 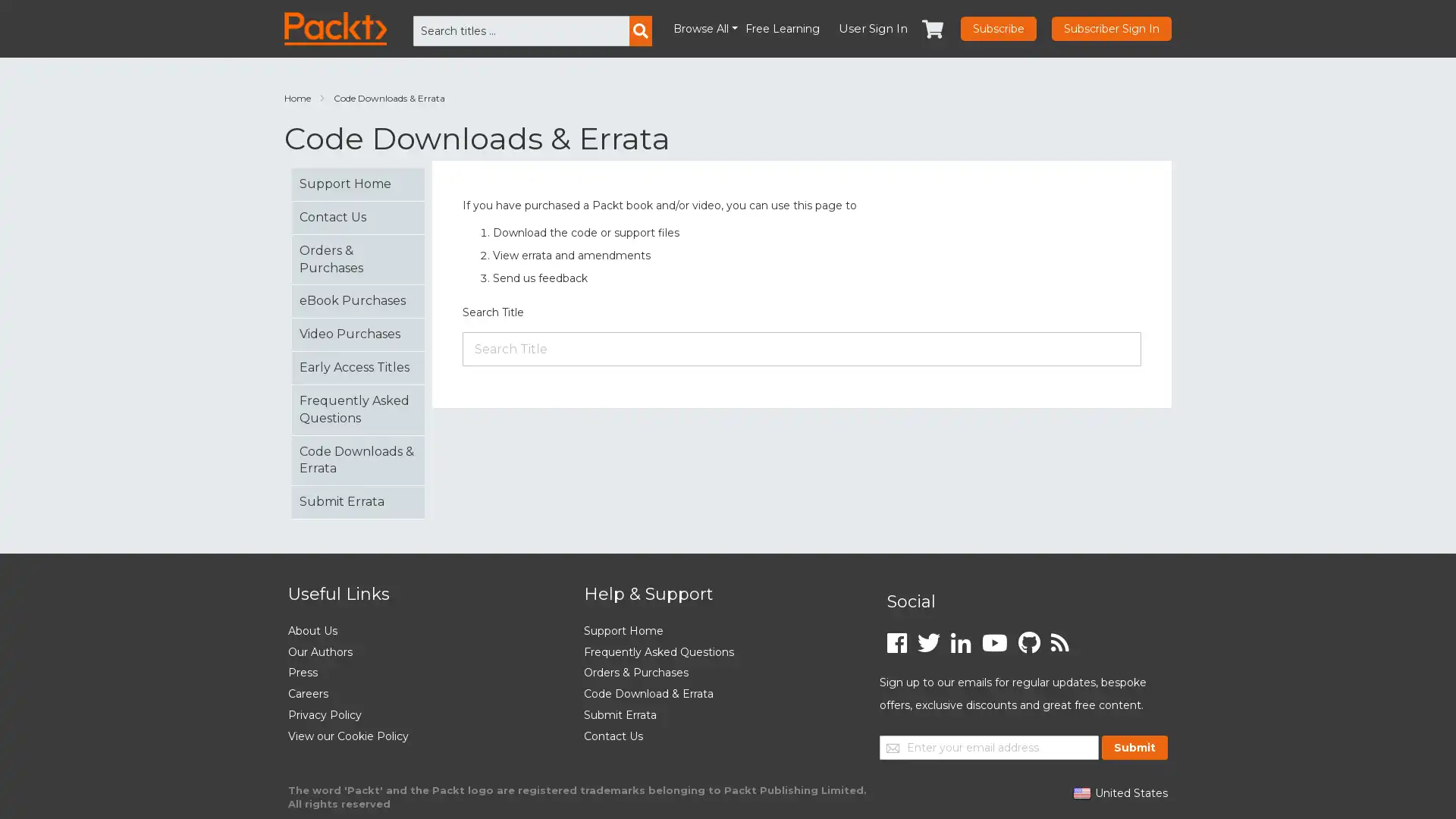 What do you see at coordinates (1240, 786) in the screenshot?
I see `More Info` at bounding box center [1240, 786].